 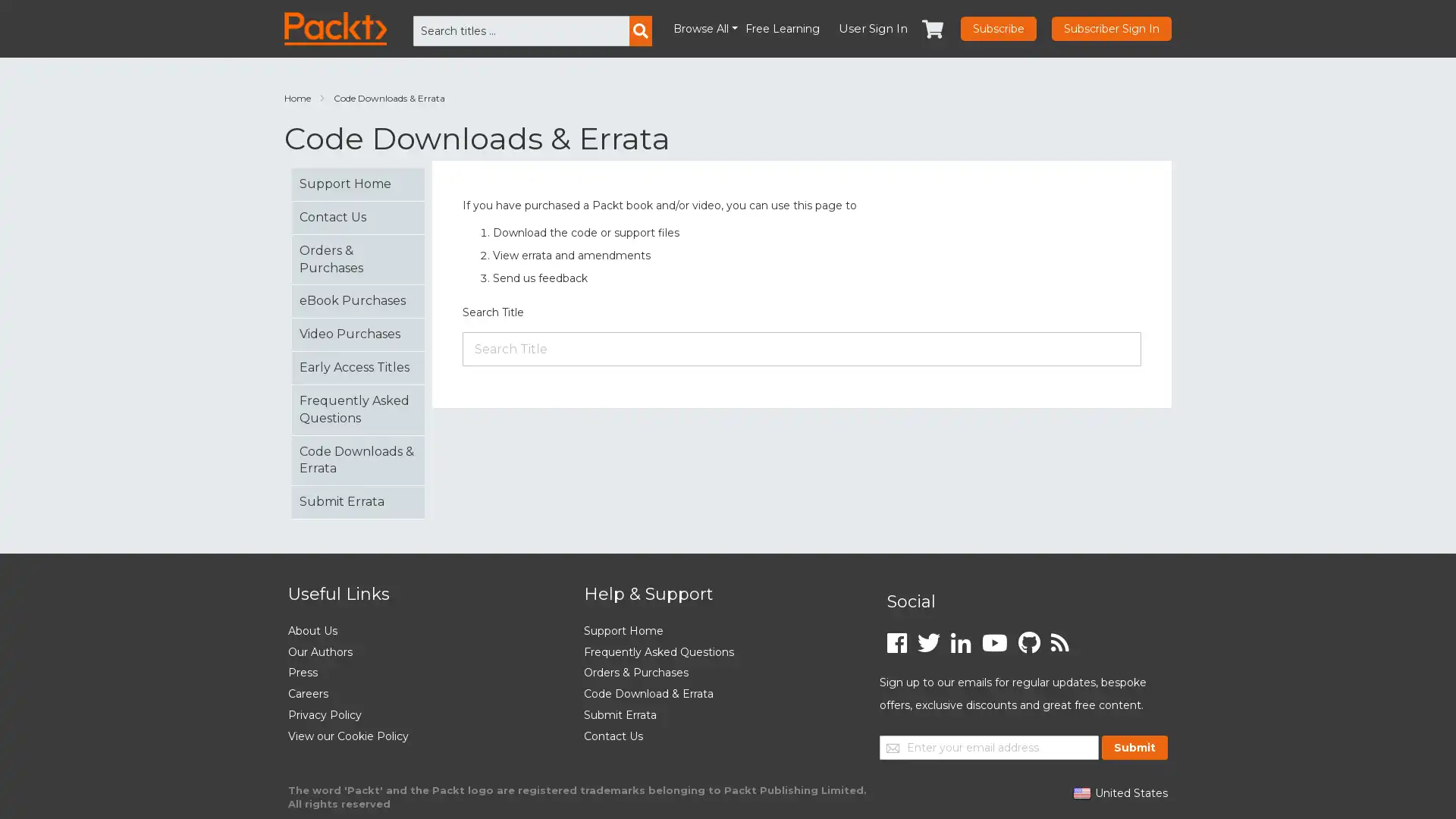 What do you see at coordinates (1240, 786) in the screenshot?
I see `More Info` at bounding box center [1240, 786].